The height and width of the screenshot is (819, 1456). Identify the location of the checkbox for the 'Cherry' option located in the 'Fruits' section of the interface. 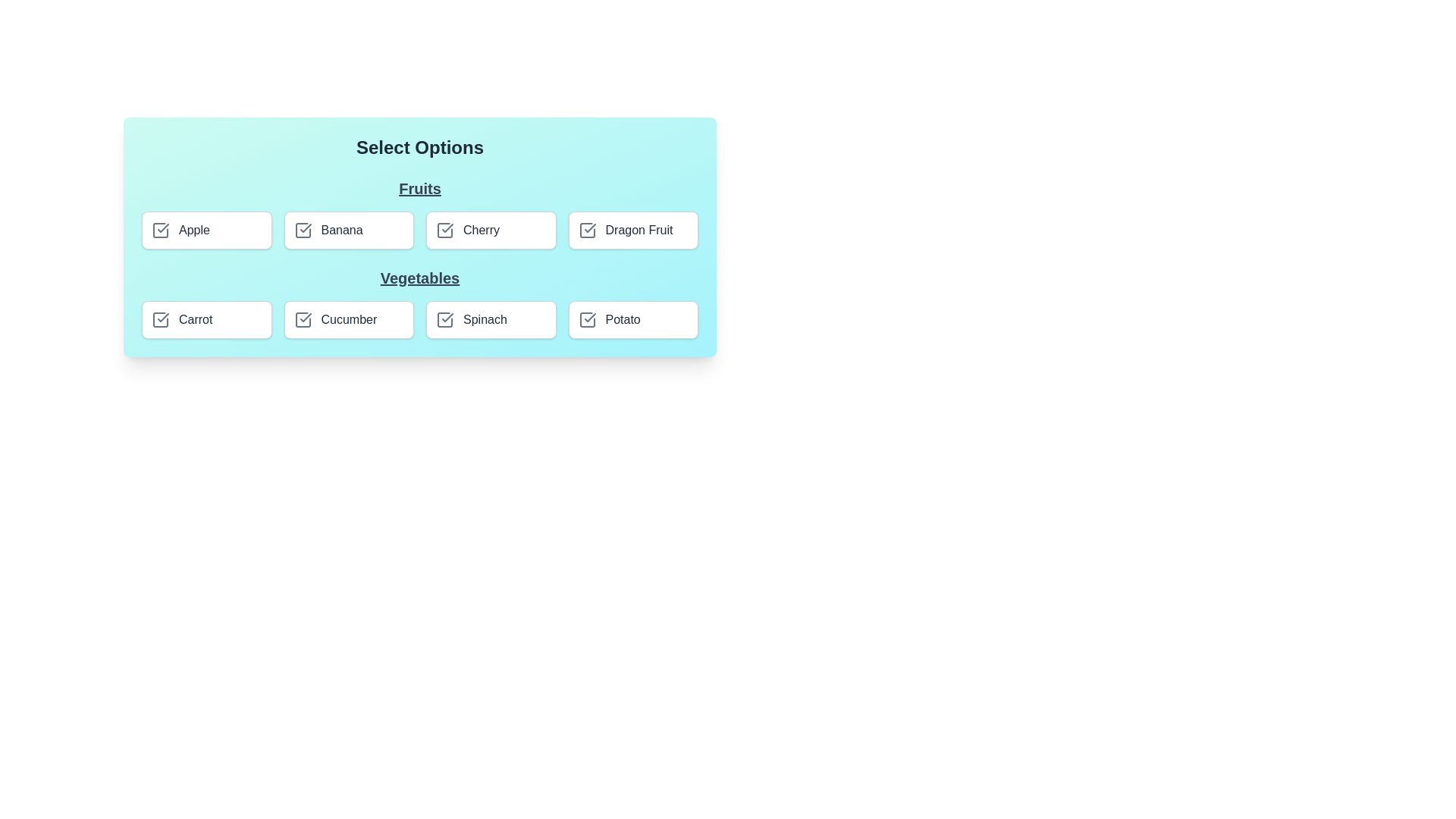
(444, 231).